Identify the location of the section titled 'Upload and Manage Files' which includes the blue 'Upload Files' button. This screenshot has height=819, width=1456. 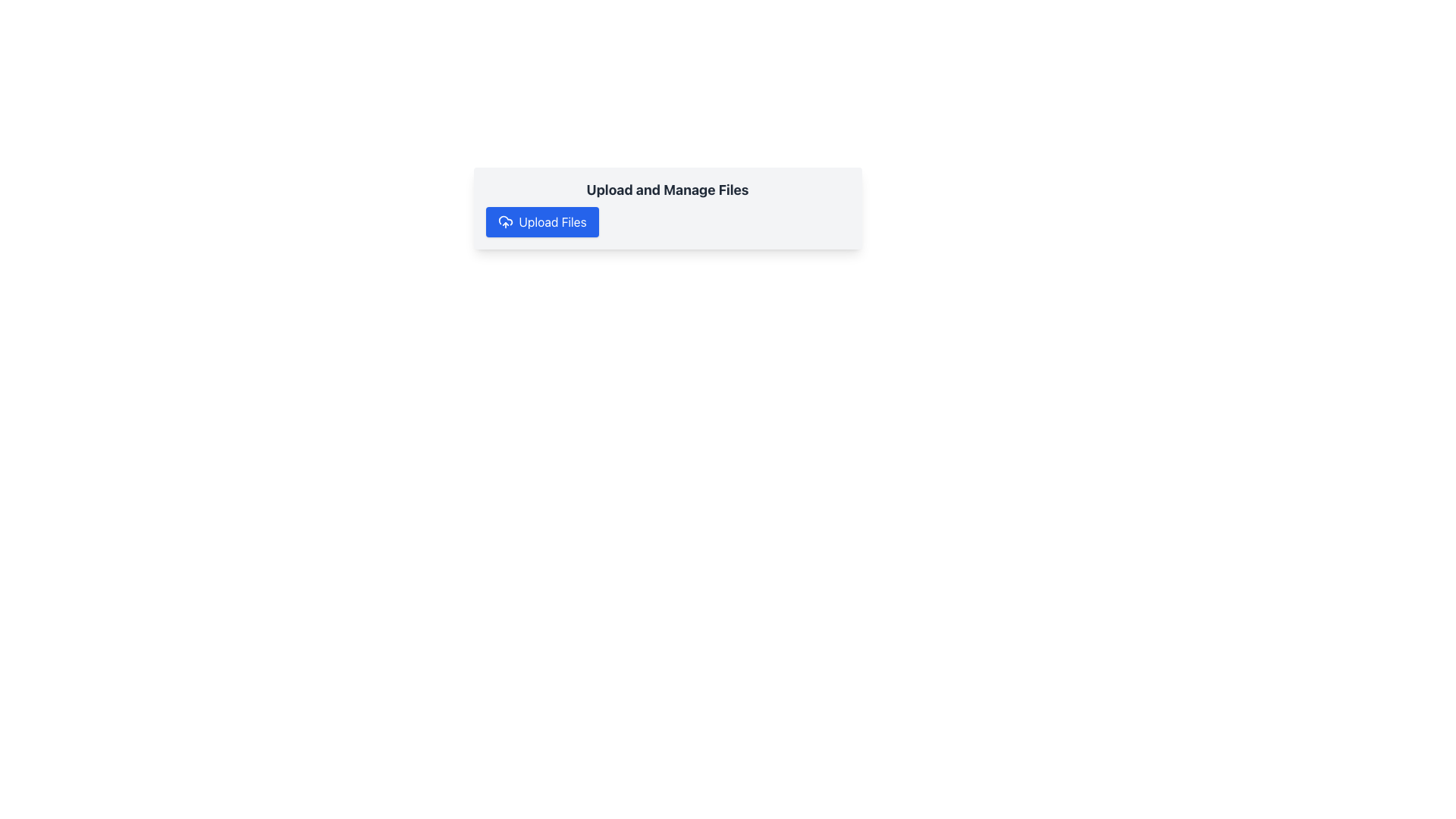
(667, 208).